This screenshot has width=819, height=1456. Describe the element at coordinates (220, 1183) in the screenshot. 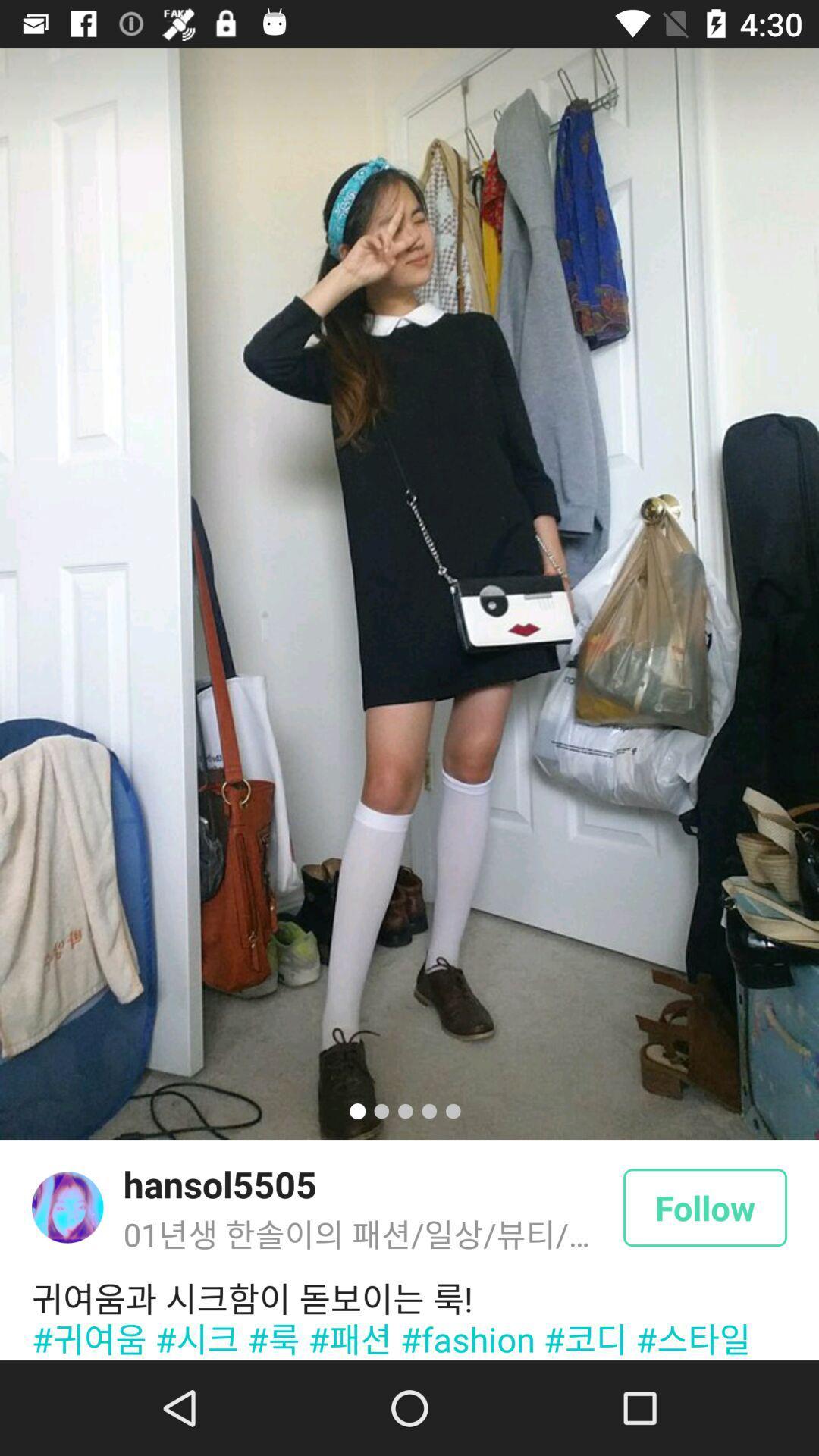

I see `hansol5505` at that location.